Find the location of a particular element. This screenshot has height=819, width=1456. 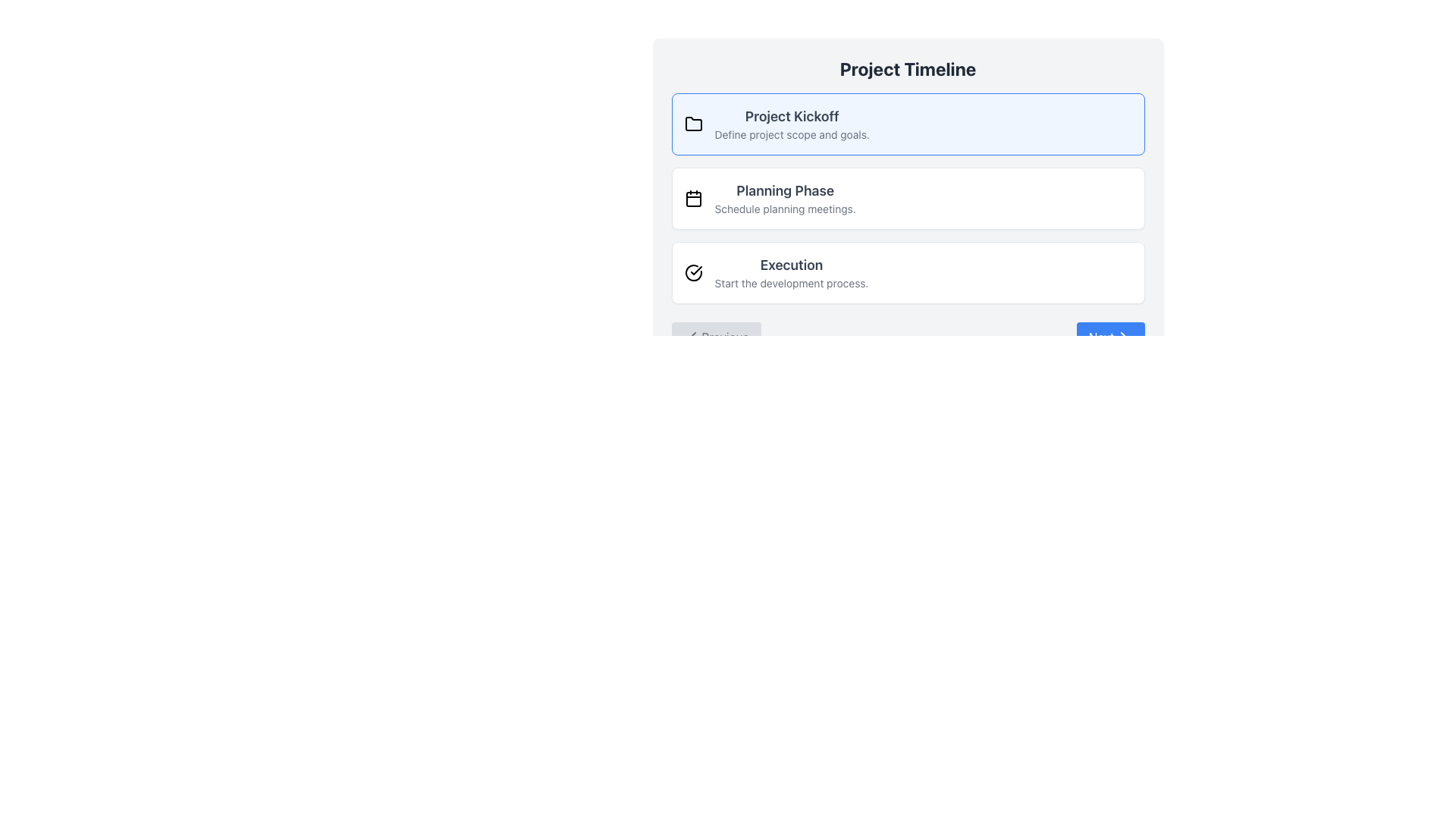

the 'Planning Phase' card, which is the second item in a vertical list of three cards, positioned below the 'Project Kickoff' card and above the 'Execution' card is located at coordinates (908, 198).